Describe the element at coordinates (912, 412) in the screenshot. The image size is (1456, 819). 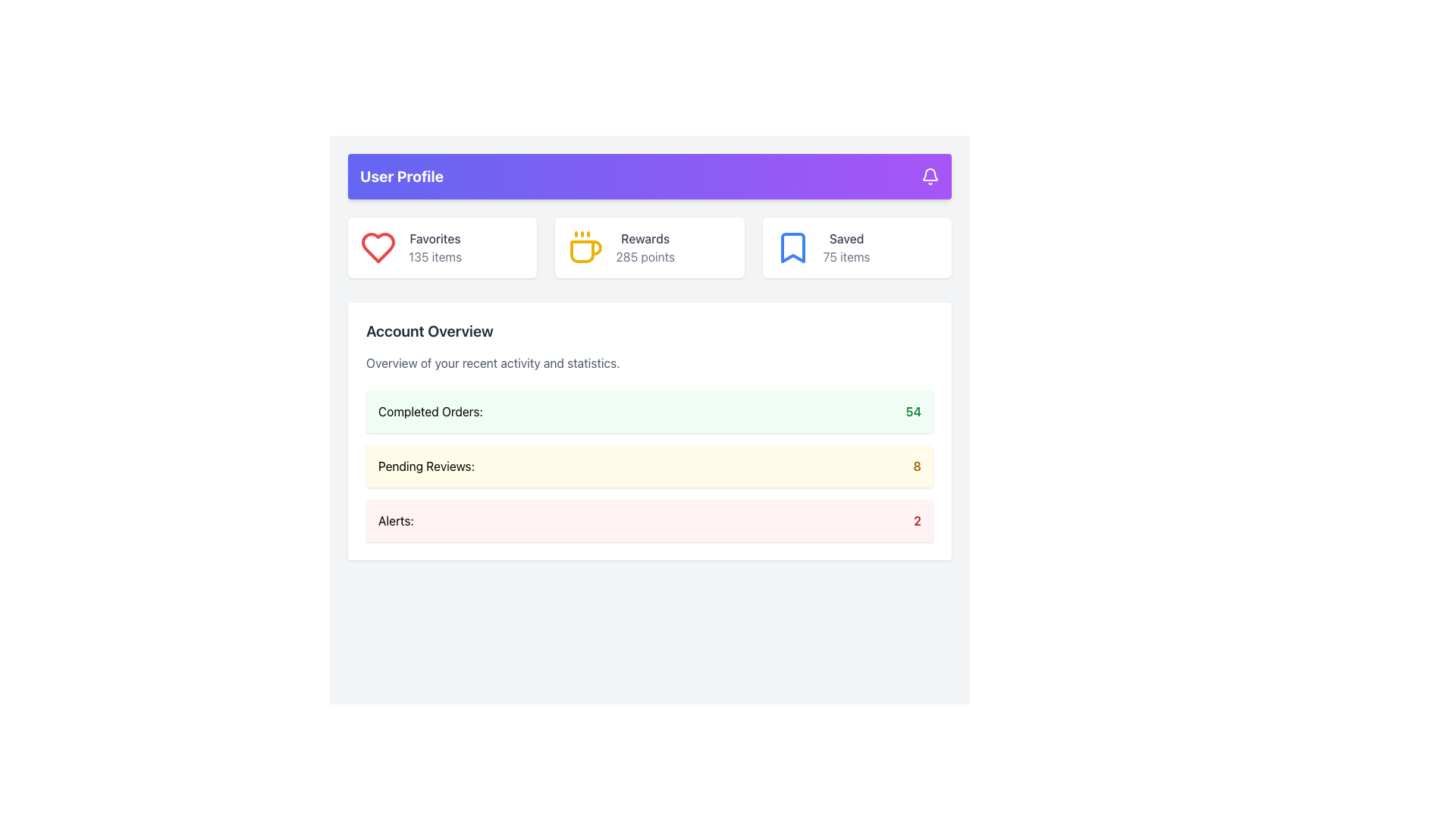
I see `the text displaying the count of completed orders, which is located in the green-highlighted section labeled 'Completed Orders:' and aligned to the bottom right of this section` at that location.